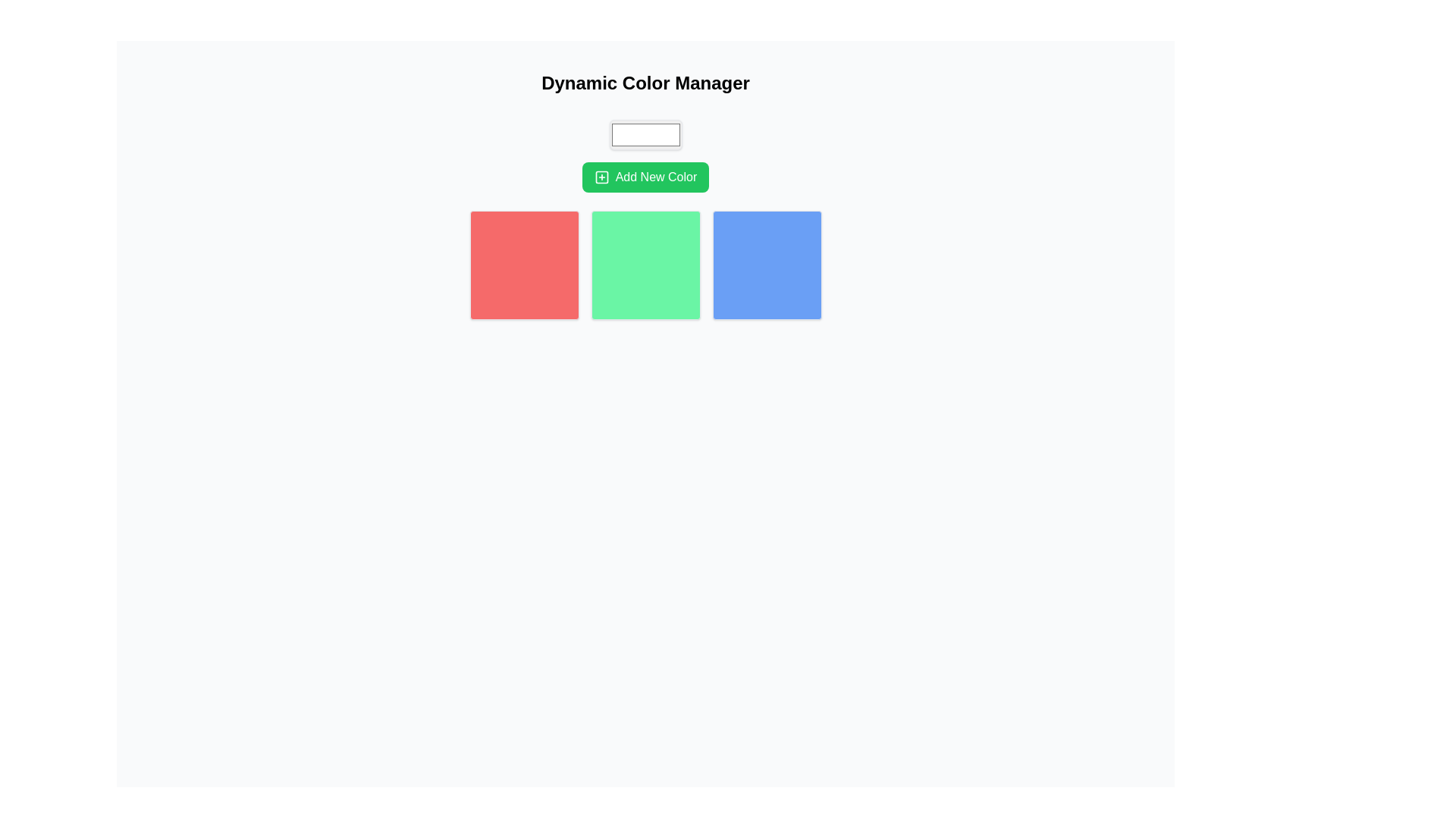 Image resolution: width=1456 pixels, height=819 pixels. What do you see at coordinates (767, 265) in the screenshot?
I see `the third square-shaped button with a rounded border and blue background located in the rightmost position of a three-column grid layout` at bounding box center [767, 265].